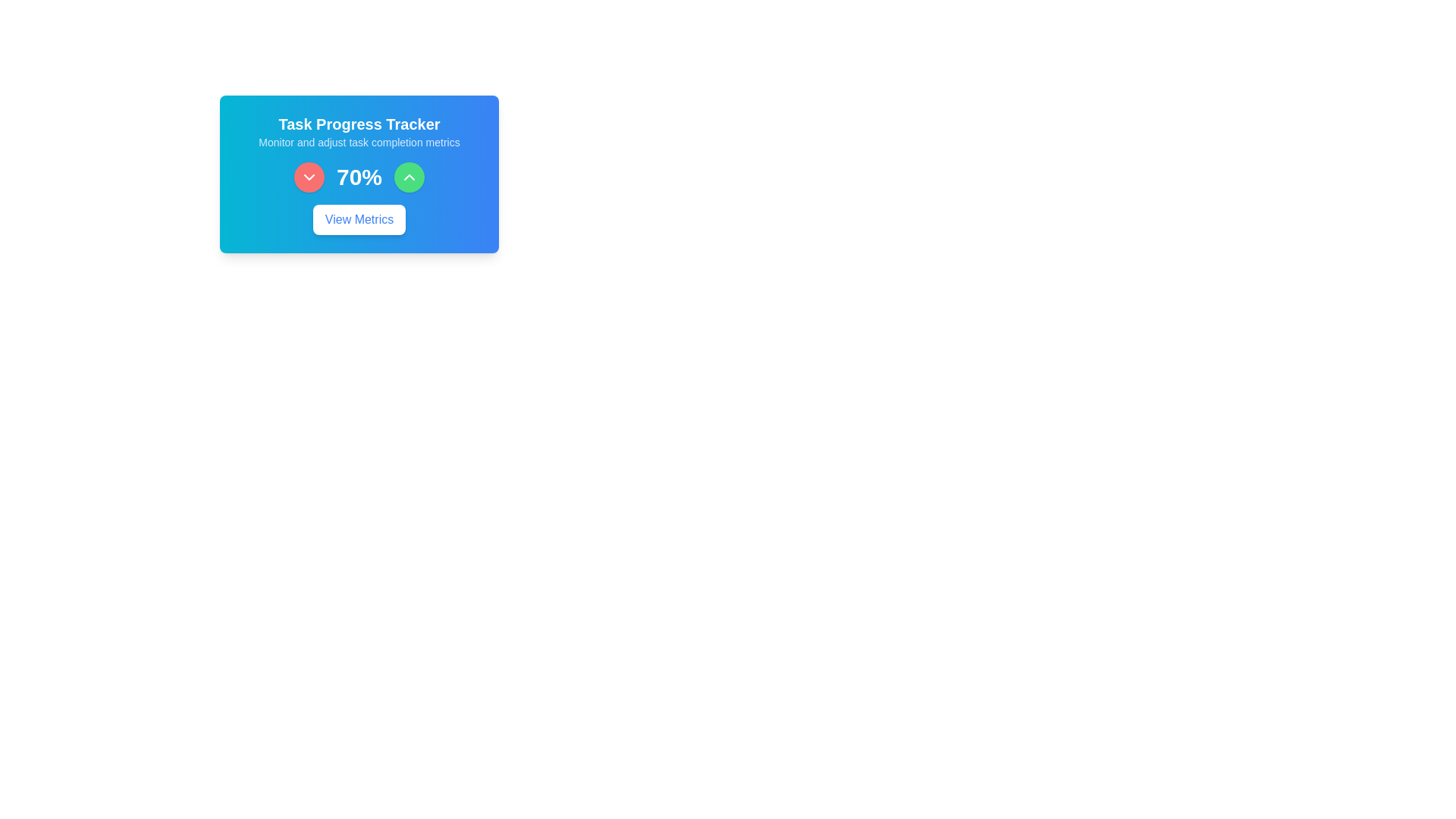 Image resolution: width=1456 pixels, height=819 pixels. Describe the element at coordinates (359, 177) in the screenshot. I see `the text label displaying '70%' which is centrally positioned between two interactive buttons in the 'Task Progress Tracker' interface` at that location.